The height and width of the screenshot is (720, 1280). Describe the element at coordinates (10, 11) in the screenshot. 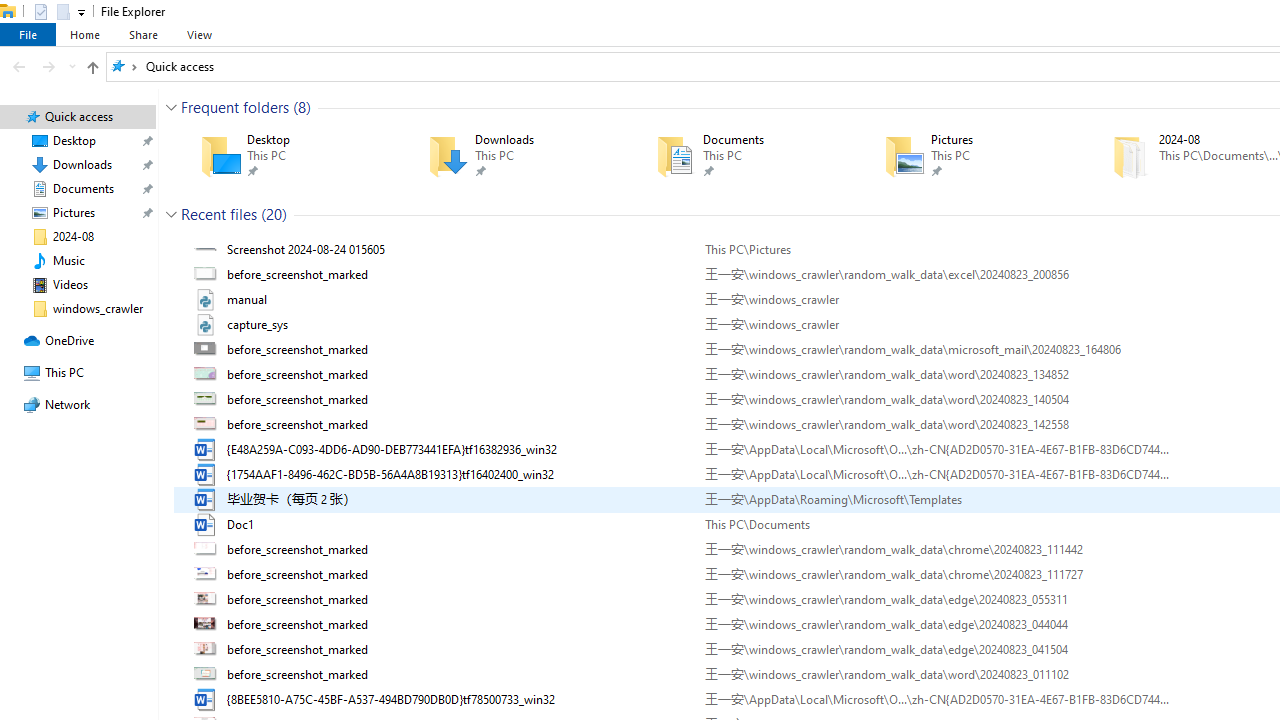

I see `'System'` at that location.